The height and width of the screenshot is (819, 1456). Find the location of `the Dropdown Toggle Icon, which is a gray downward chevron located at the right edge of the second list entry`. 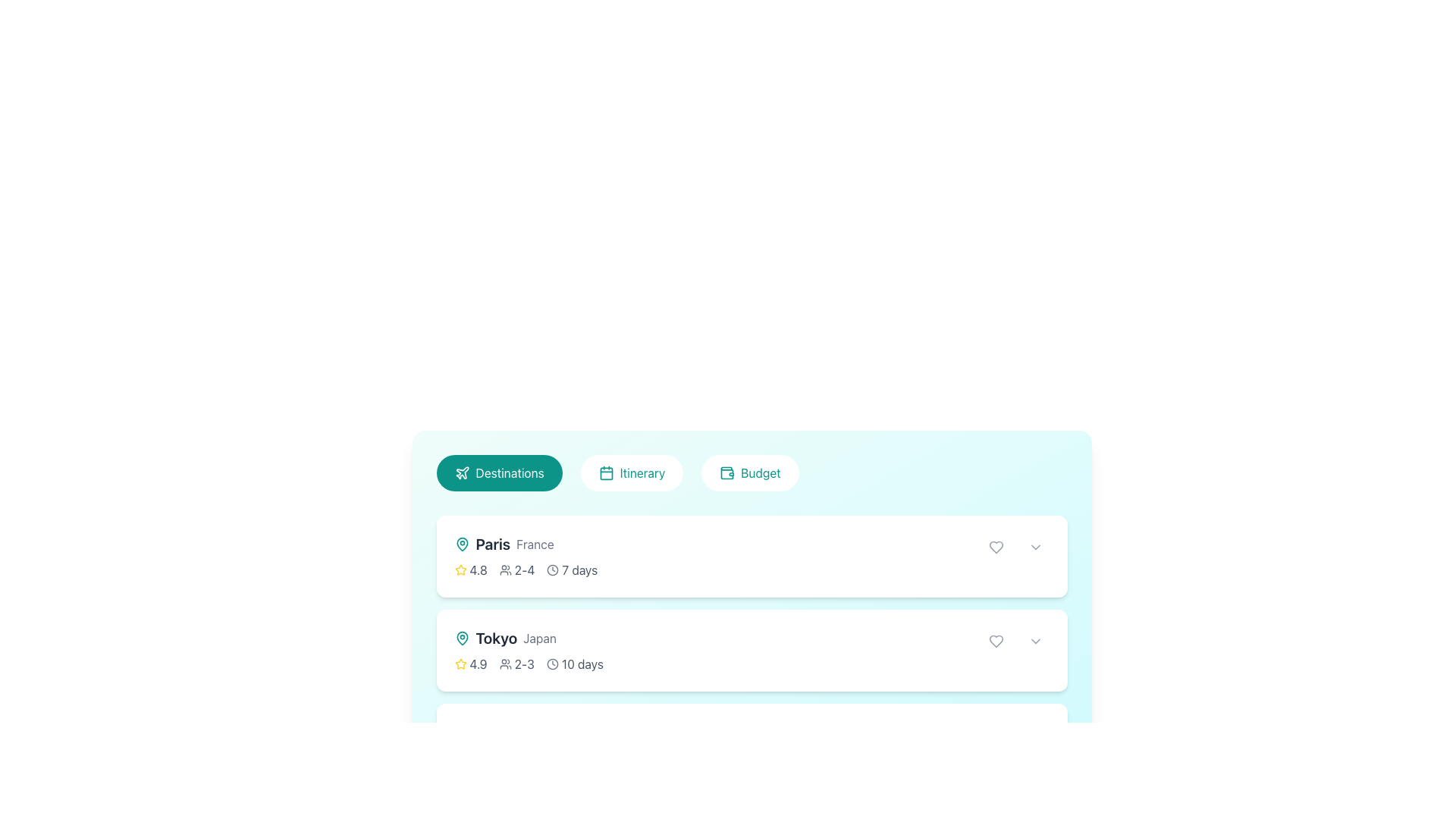

the Dropdown Toggle Icon, which is a gray downward chevron located at the right edge of the second list entry is located at coordinates (1034, 547).